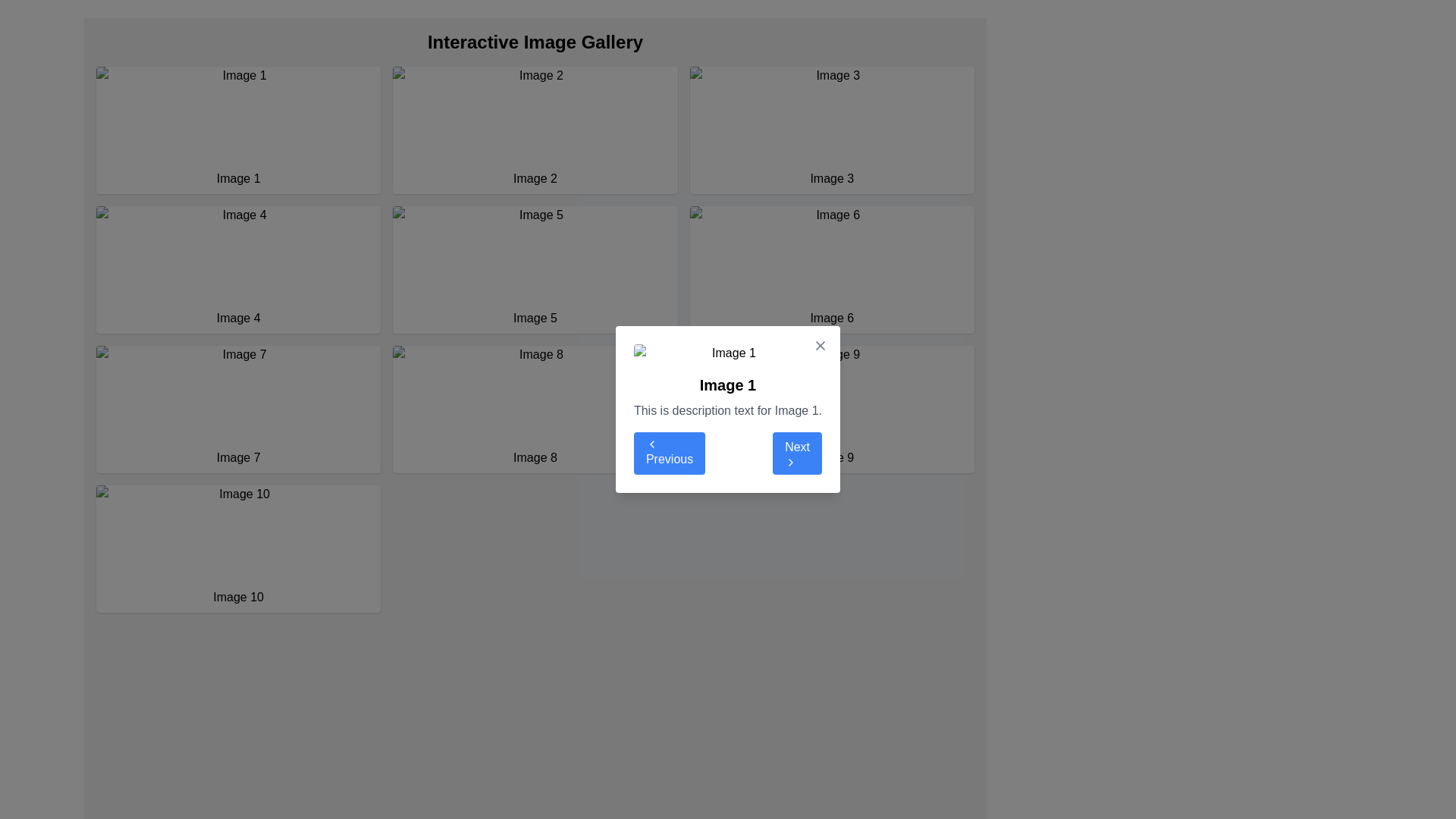  What do you see at coordinates (237, 394) in the screenshot?
I see `the image placeholder labeled 'Image 7'` at bounding box center [237, 394].